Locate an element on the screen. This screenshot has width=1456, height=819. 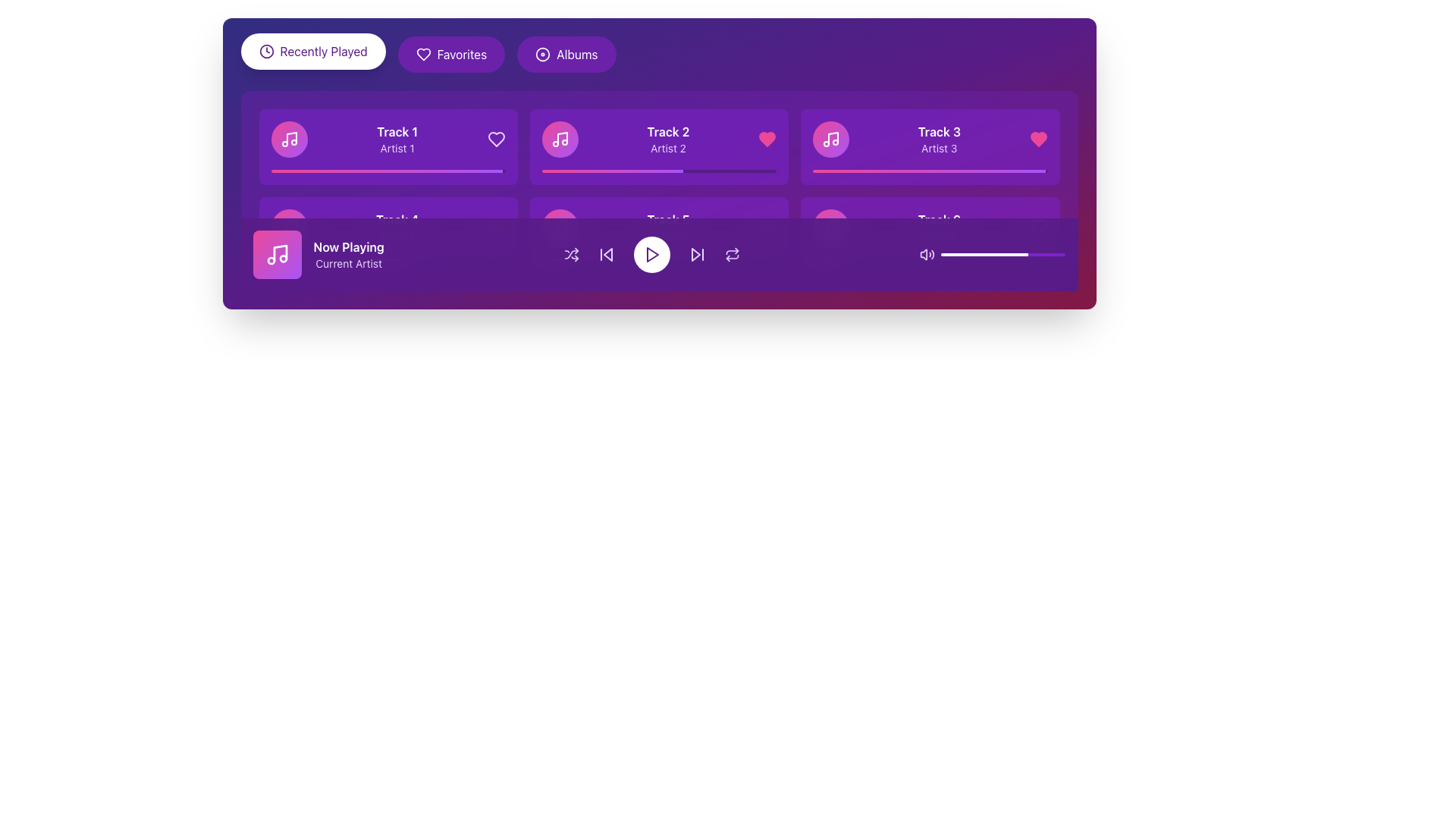
the circular SVG icon located in the top navigation bar to the left of the 'Albums' label is located at coordinates (543, 54).